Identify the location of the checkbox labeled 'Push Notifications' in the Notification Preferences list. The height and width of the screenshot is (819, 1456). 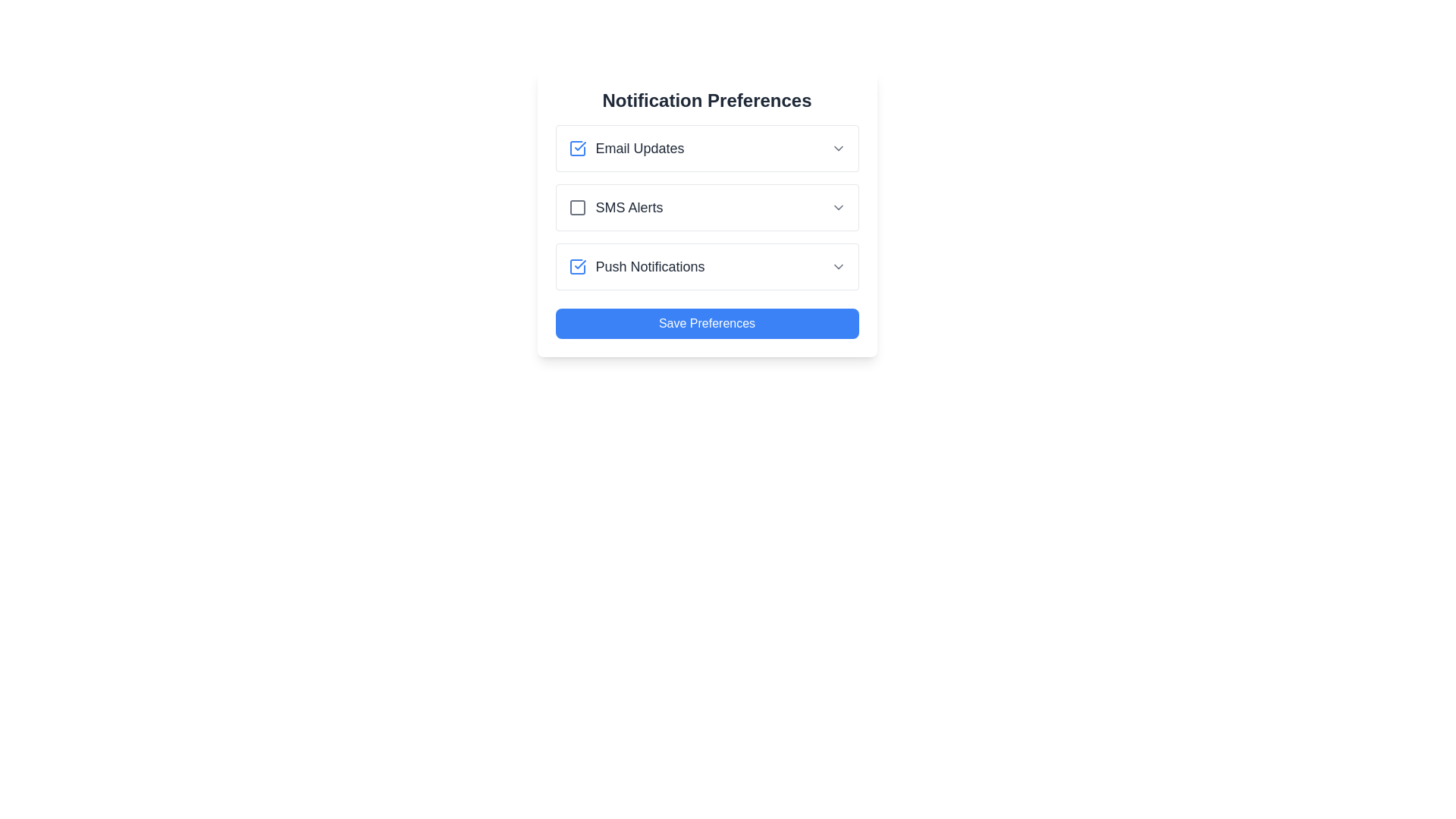
(706, 265).